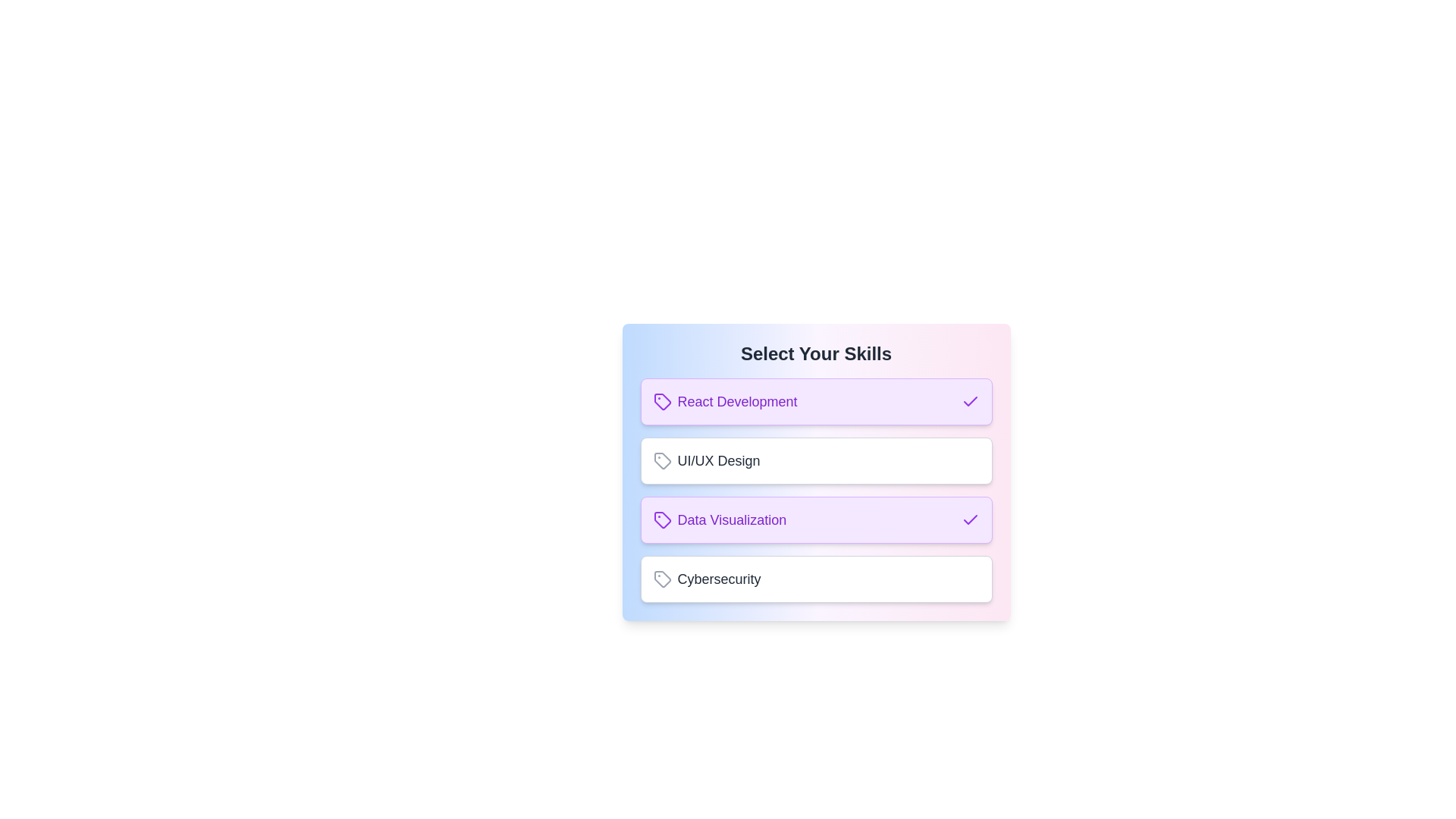  Describe the element at coordinates (815, 460) in the screenshot. I see `the skill UI/UX Design to observe visual feedback` at that location.